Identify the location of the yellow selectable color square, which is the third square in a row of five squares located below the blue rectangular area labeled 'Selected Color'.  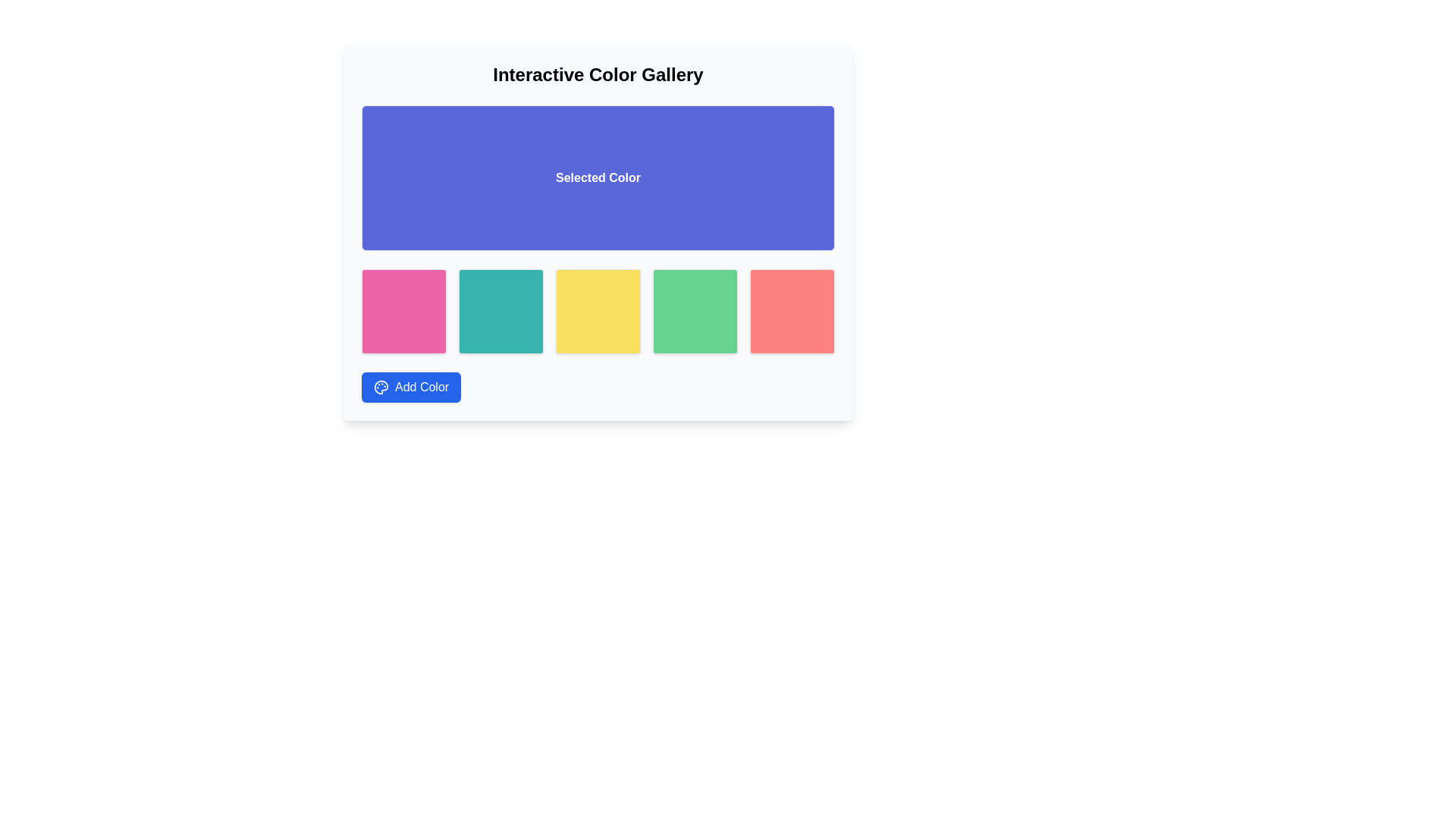
(597, 311).